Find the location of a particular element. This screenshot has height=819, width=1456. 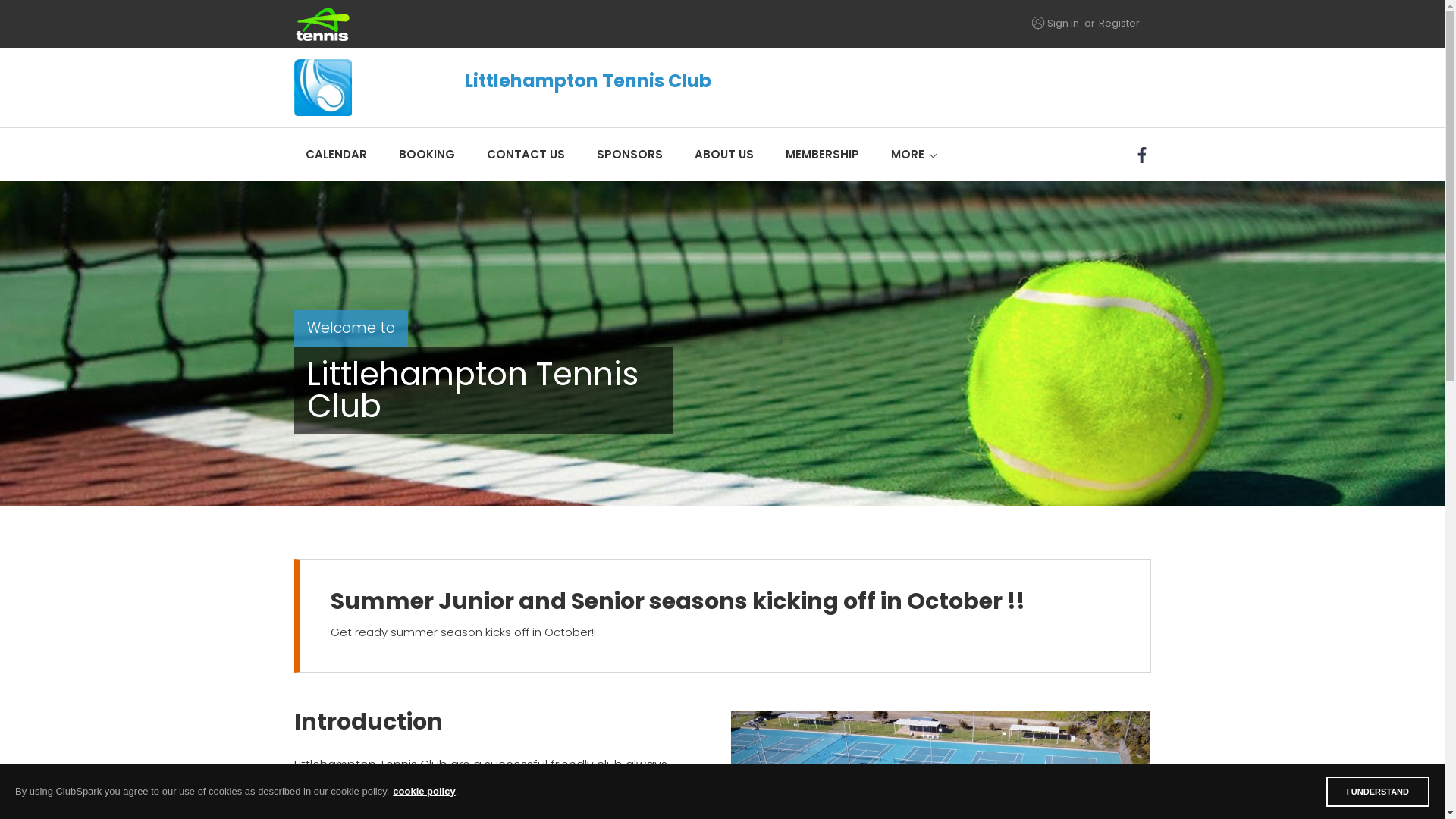

'Register' is located at coordinates (1118, 23).